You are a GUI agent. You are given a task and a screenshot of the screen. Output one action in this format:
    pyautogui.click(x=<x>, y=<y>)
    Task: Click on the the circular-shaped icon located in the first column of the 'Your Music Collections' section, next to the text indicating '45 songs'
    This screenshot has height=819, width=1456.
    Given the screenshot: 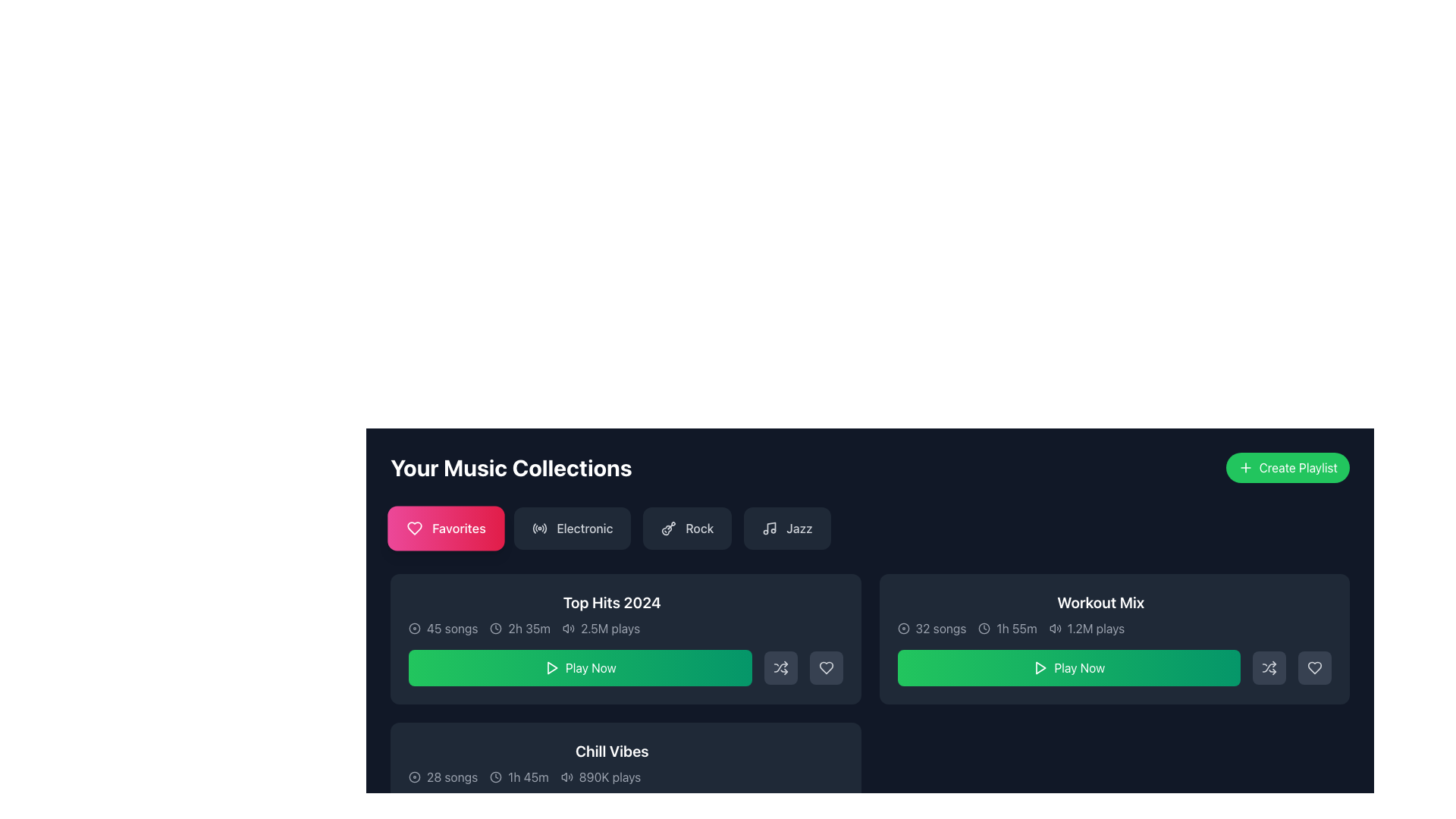 What is the action you would take?
    pyautogui.click(x=415, y=629)
    